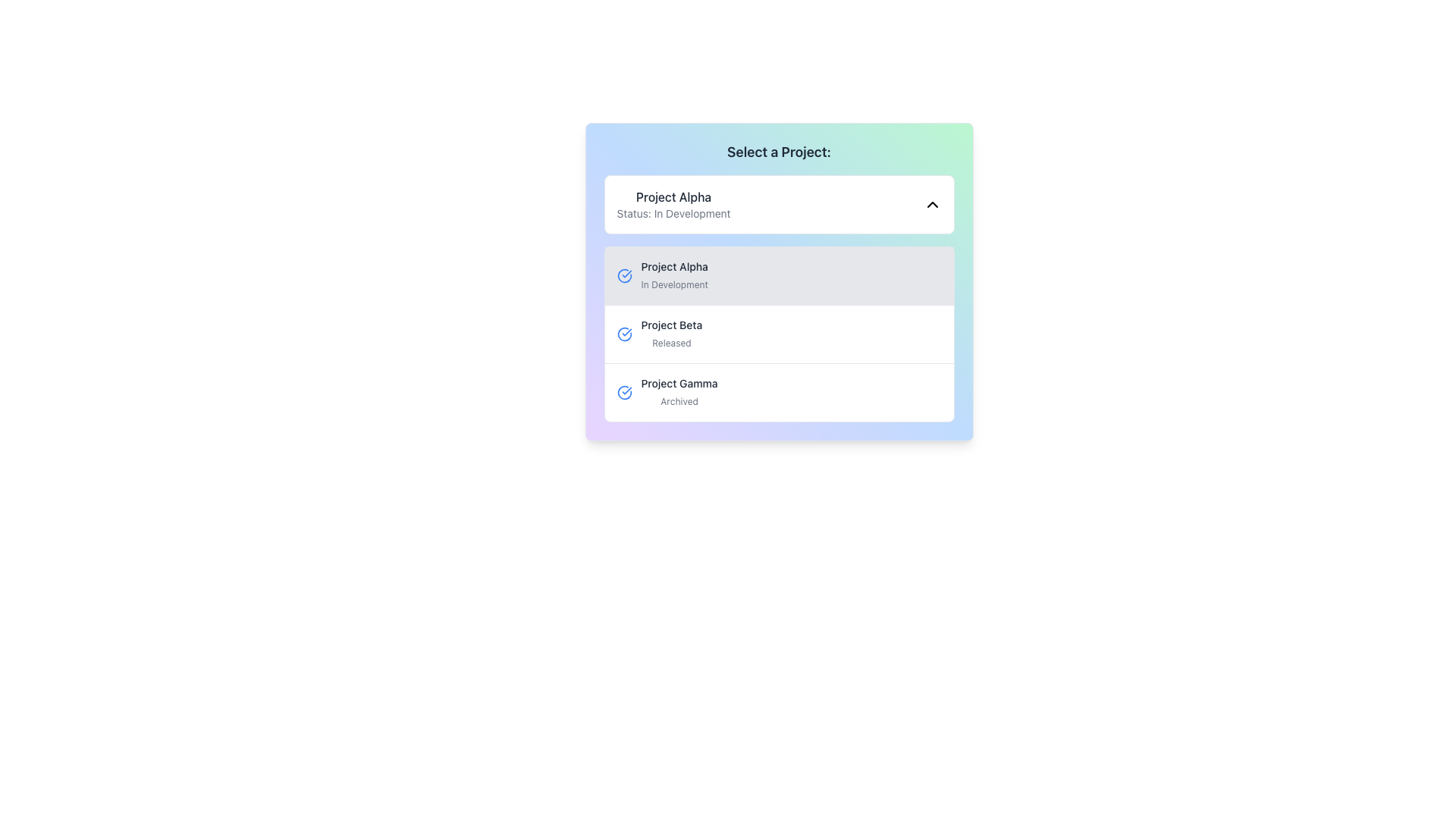 The image size is (1456, 819). What do you see at coordinates (624, 275) in the screenshot?
I see `the SVG graphical element within the icon that indicates the status of 'Project Alpha', located in the first item of the project list` at bounding box center [624, 275].